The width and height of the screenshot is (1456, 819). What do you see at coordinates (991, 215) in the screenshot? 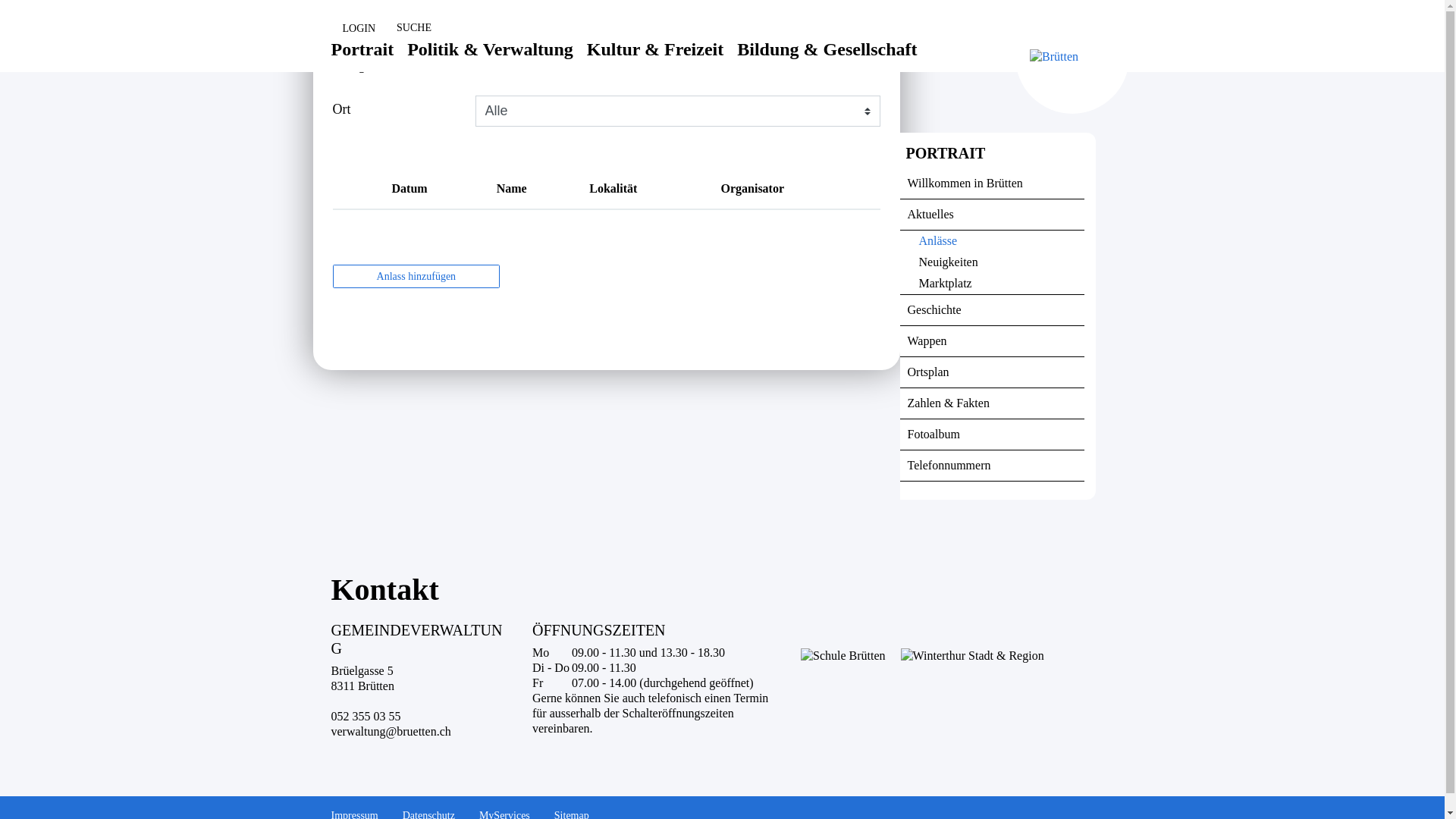
I see `'Aktuelles'` at bounding box center [991, 215].